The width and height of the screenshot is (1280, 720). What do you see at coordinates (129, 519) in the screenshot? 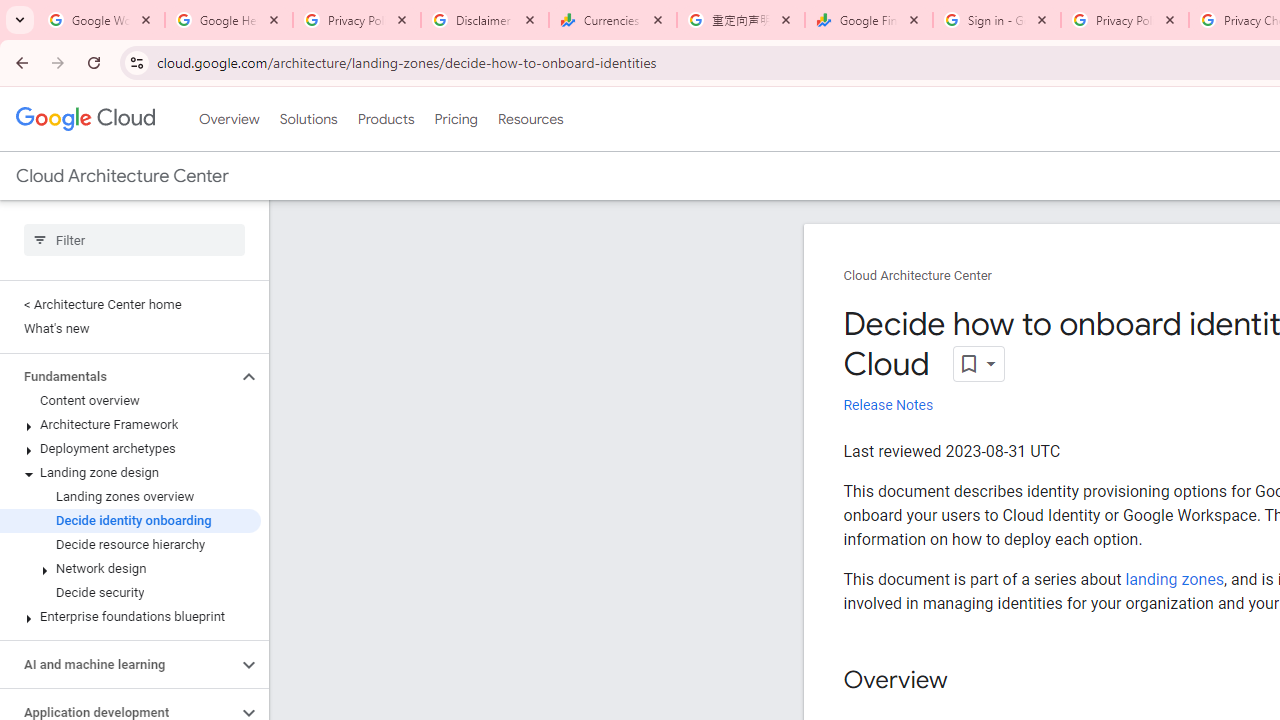
I see `'Decide identity onboarding'` at bounding box center [129, 519].